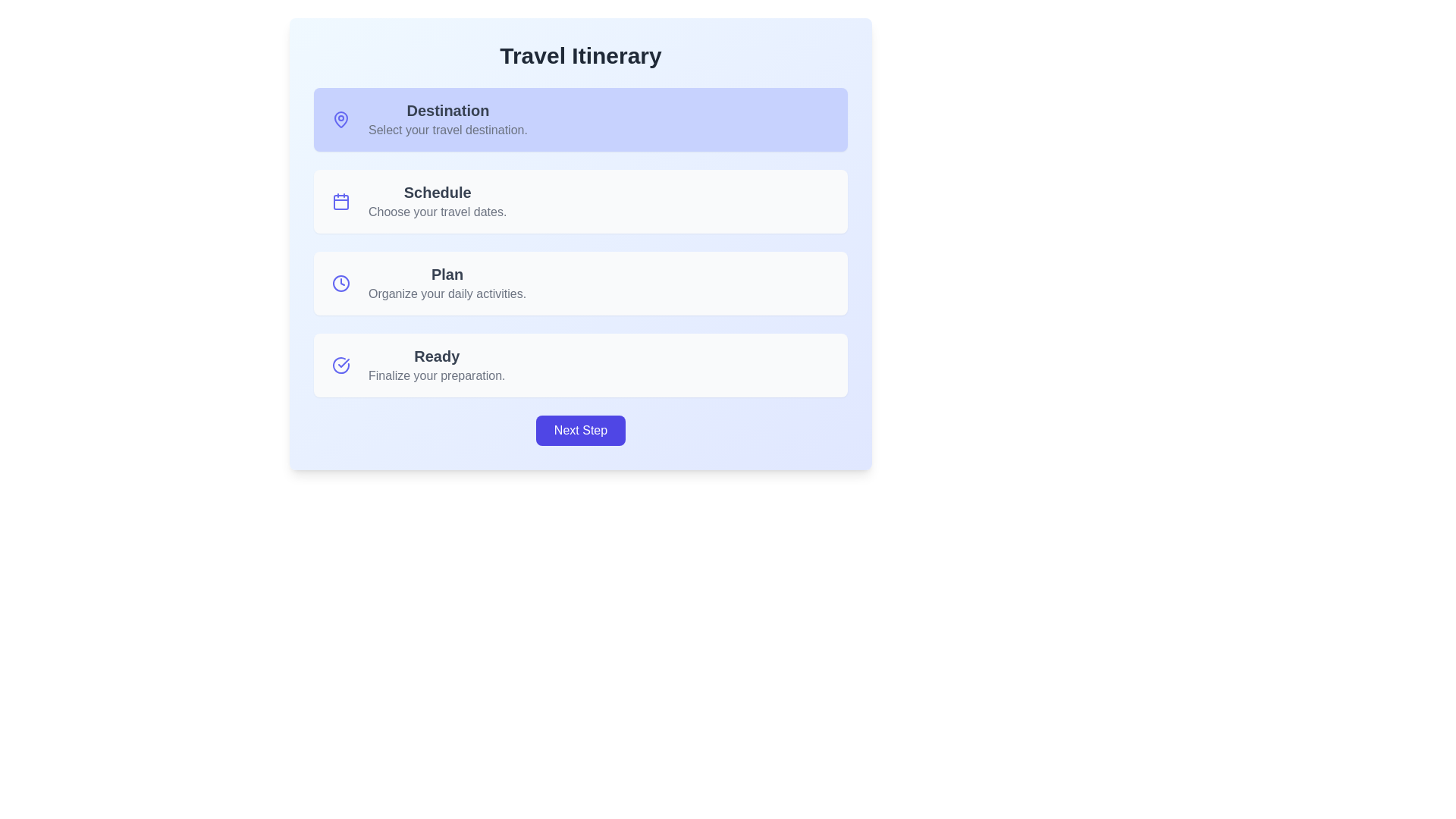 The image size is (1456, 819). What do you see at coordinates (437, 192) in the screenshot?
I see `the 'Schedule' text label, which is styled in bold and large dark gray font, located in the second card just below the 'Destination' section` at bounding box center [437, 192].